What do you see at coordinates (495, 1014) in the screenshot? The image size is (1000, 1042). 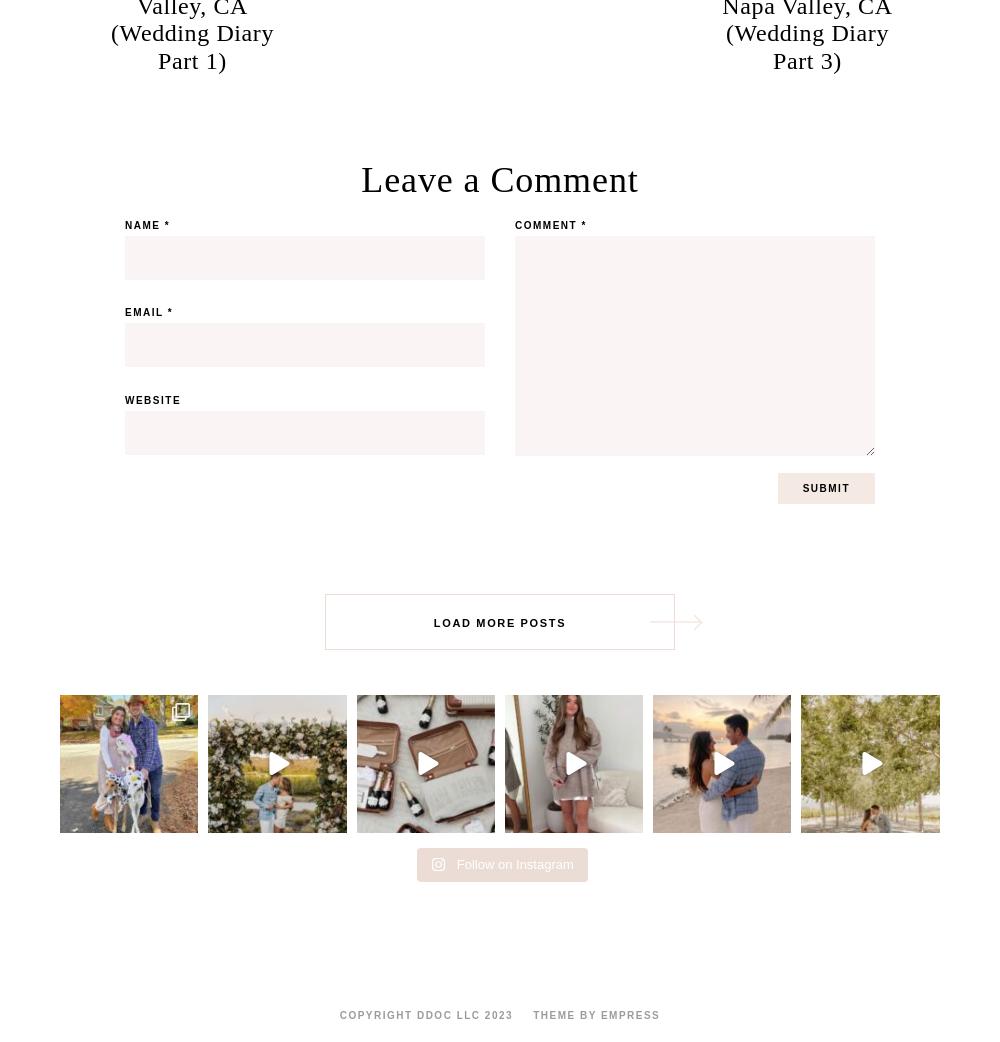 I see `'2023'` at bounding box center [495, 1014].